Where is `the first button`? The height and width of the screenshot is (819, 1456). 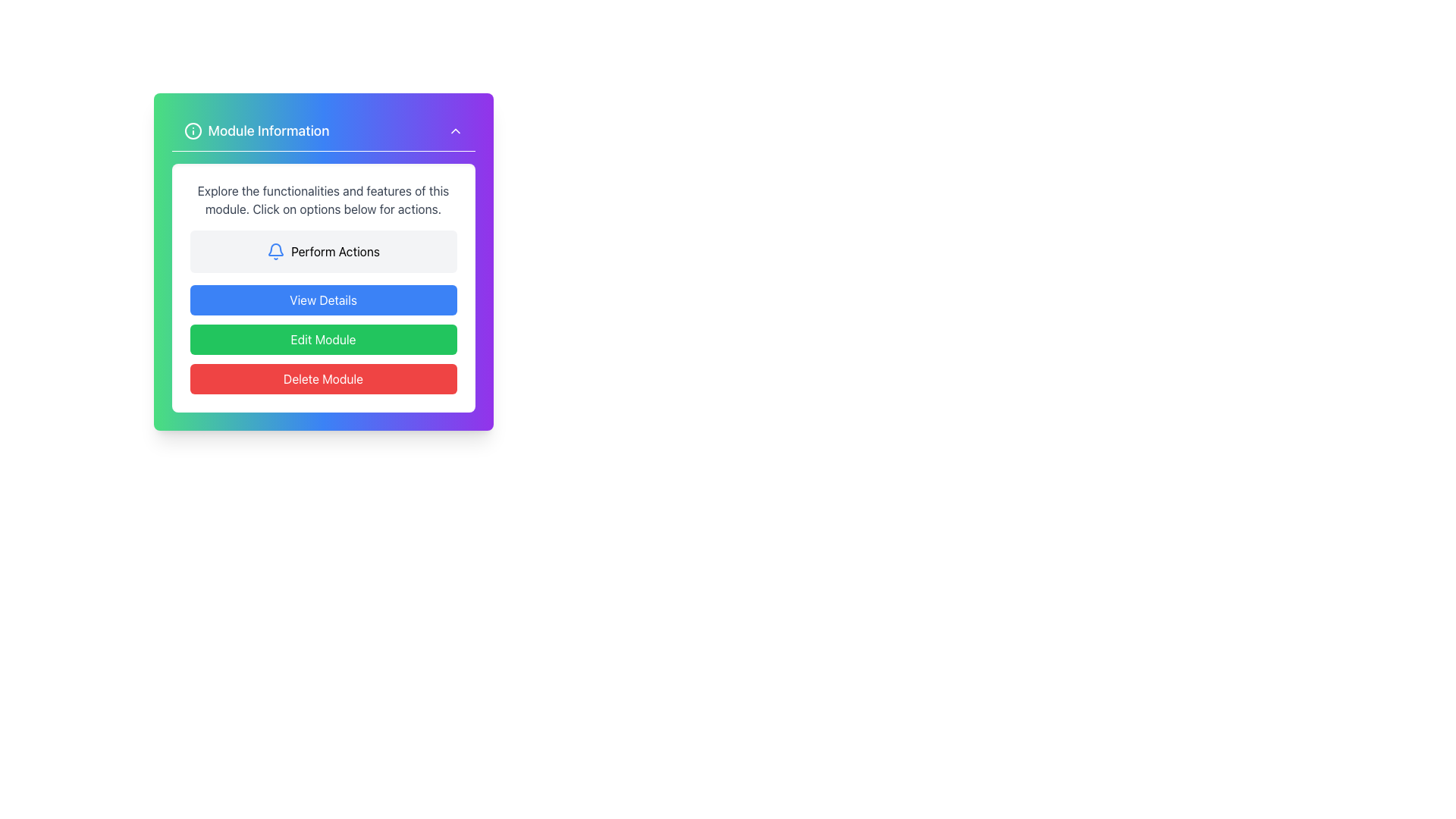
the first button is located at coordinates (322, 261).